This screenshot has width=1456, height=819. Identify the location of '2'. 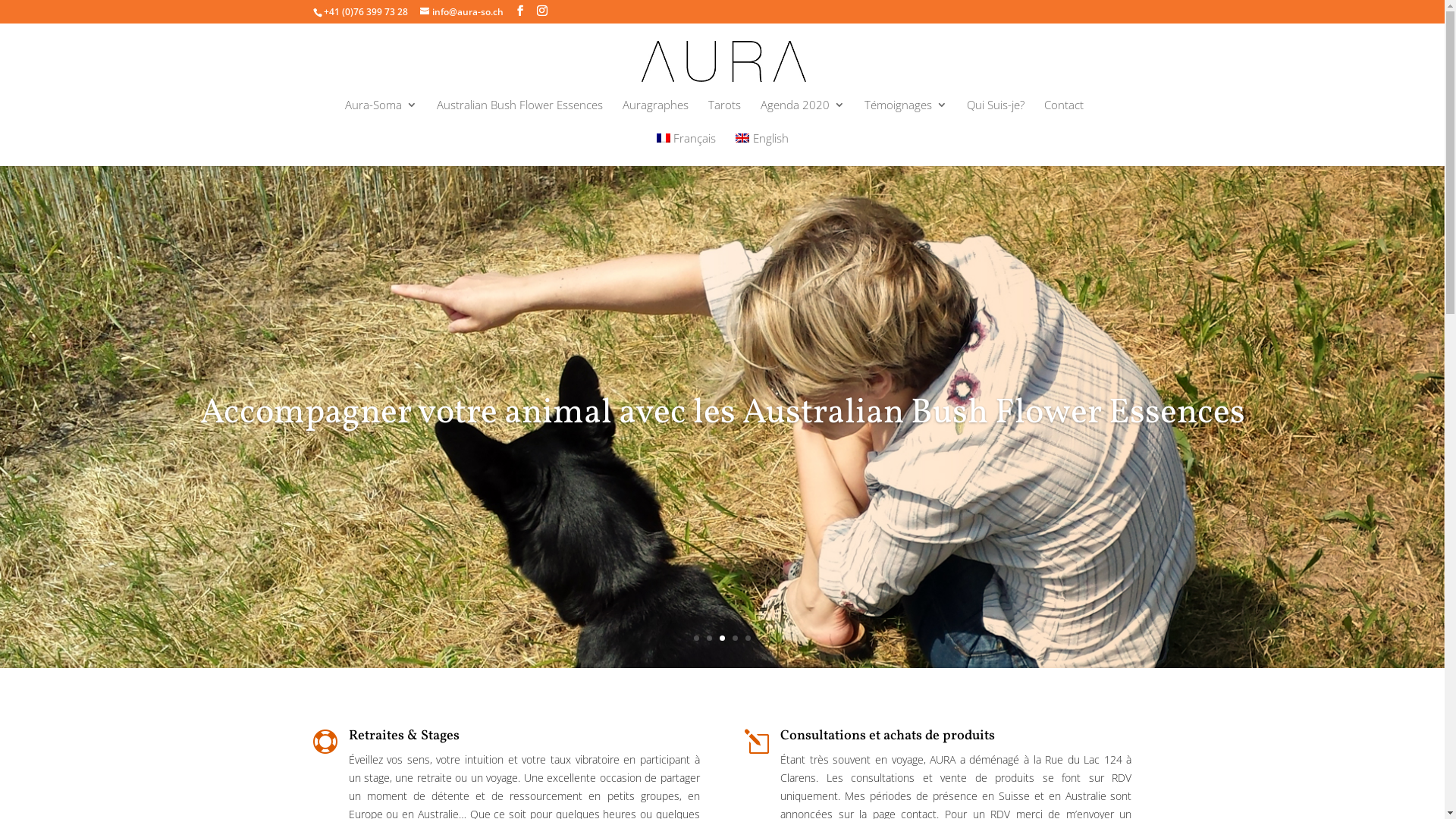
(708, 638).